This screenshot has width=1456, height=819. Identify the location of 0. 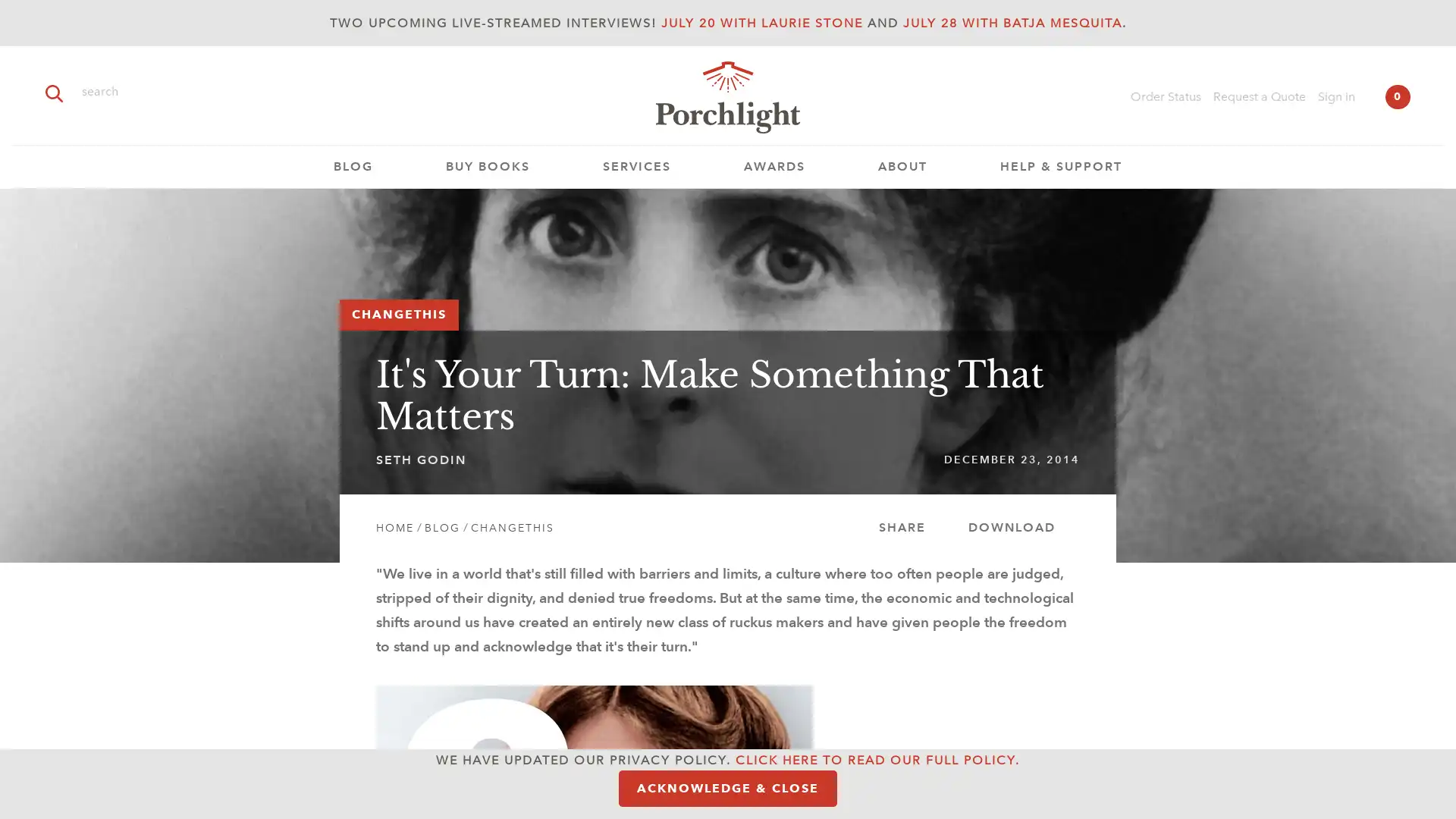
(1397, 96).